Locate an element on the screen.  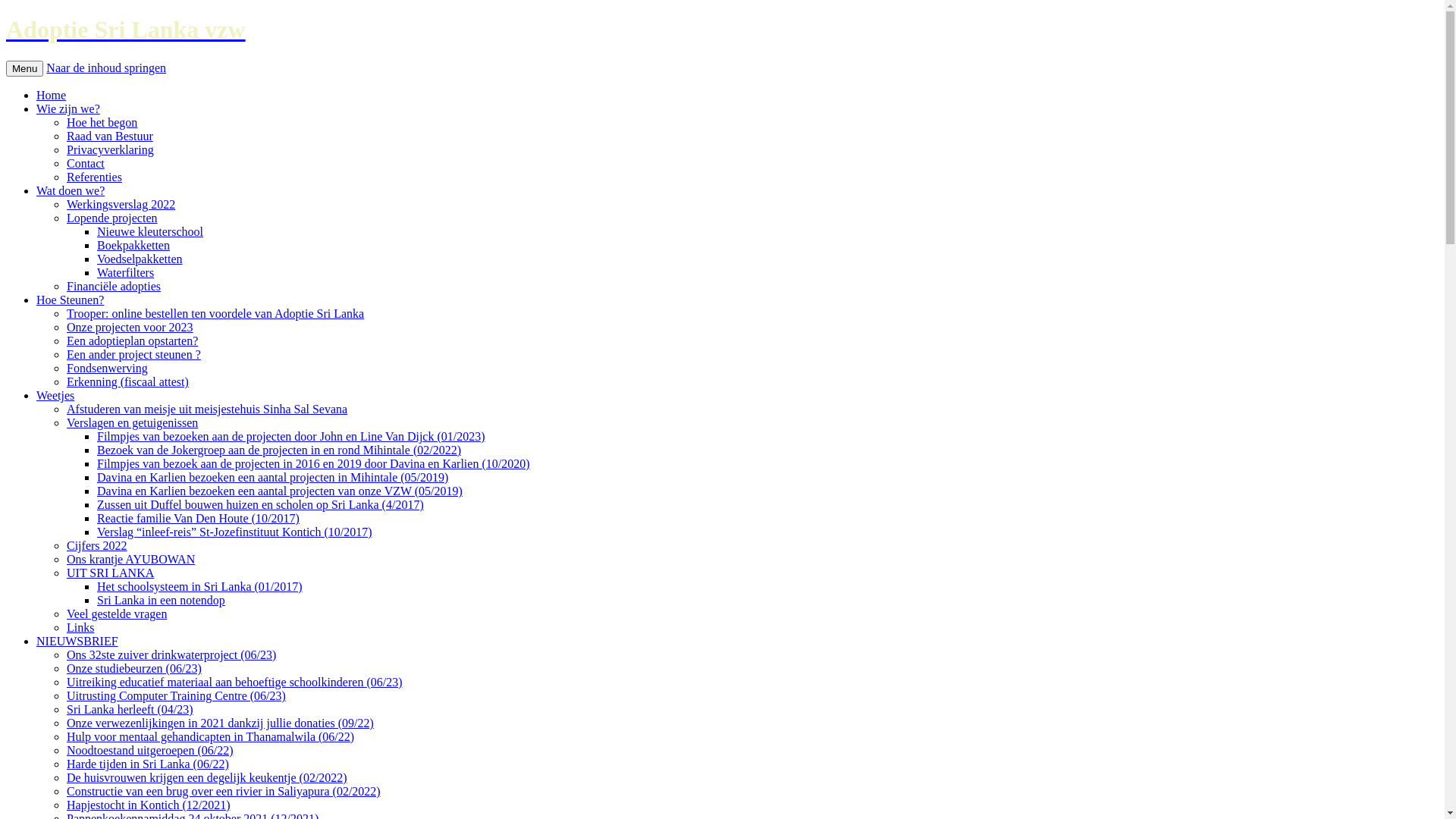
'UIT SRI LANKA' is located at coordinates (109, 573).